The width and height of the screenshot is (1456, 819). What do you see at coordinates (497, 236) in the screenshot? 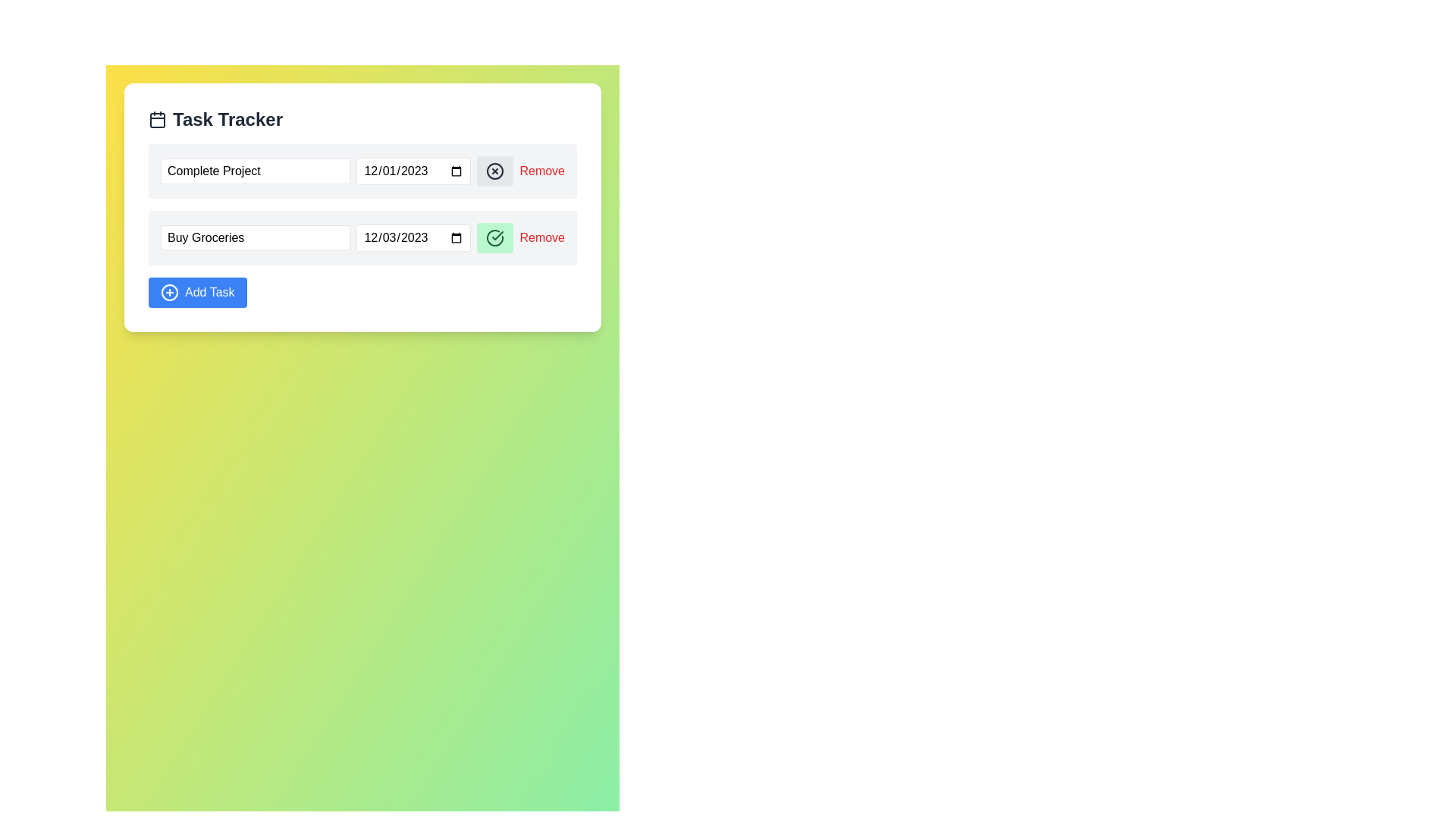
I see `the checkmark icon indicating the completion status of the task 'Buy Groceries', which is situated at the far right of its row in the task list` at bounding box center [497, 236].